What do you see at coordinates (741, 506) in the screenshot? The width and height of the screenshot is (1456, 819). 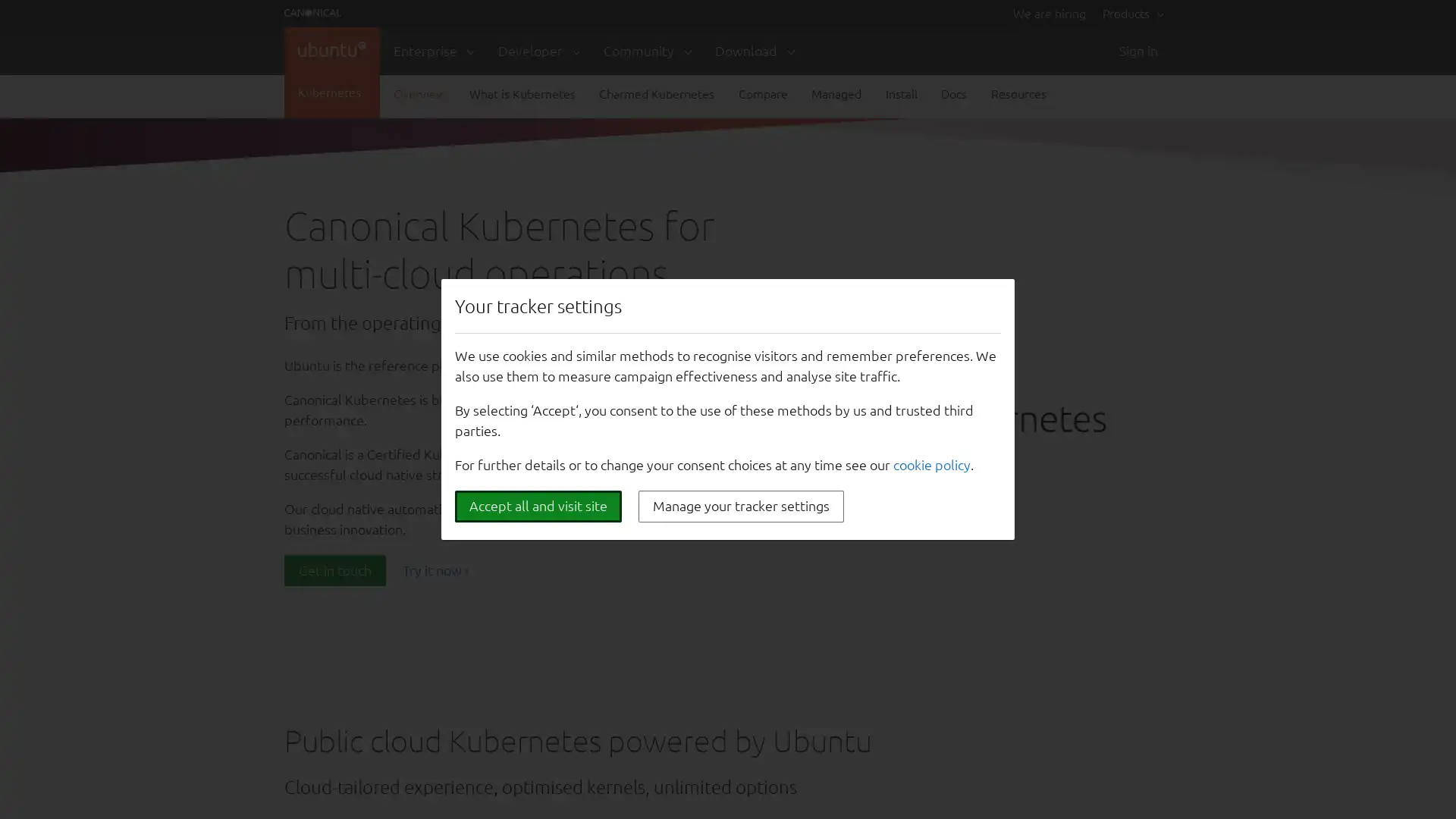 I see `Manage your tracker settings` at bounding box center [741, 506].